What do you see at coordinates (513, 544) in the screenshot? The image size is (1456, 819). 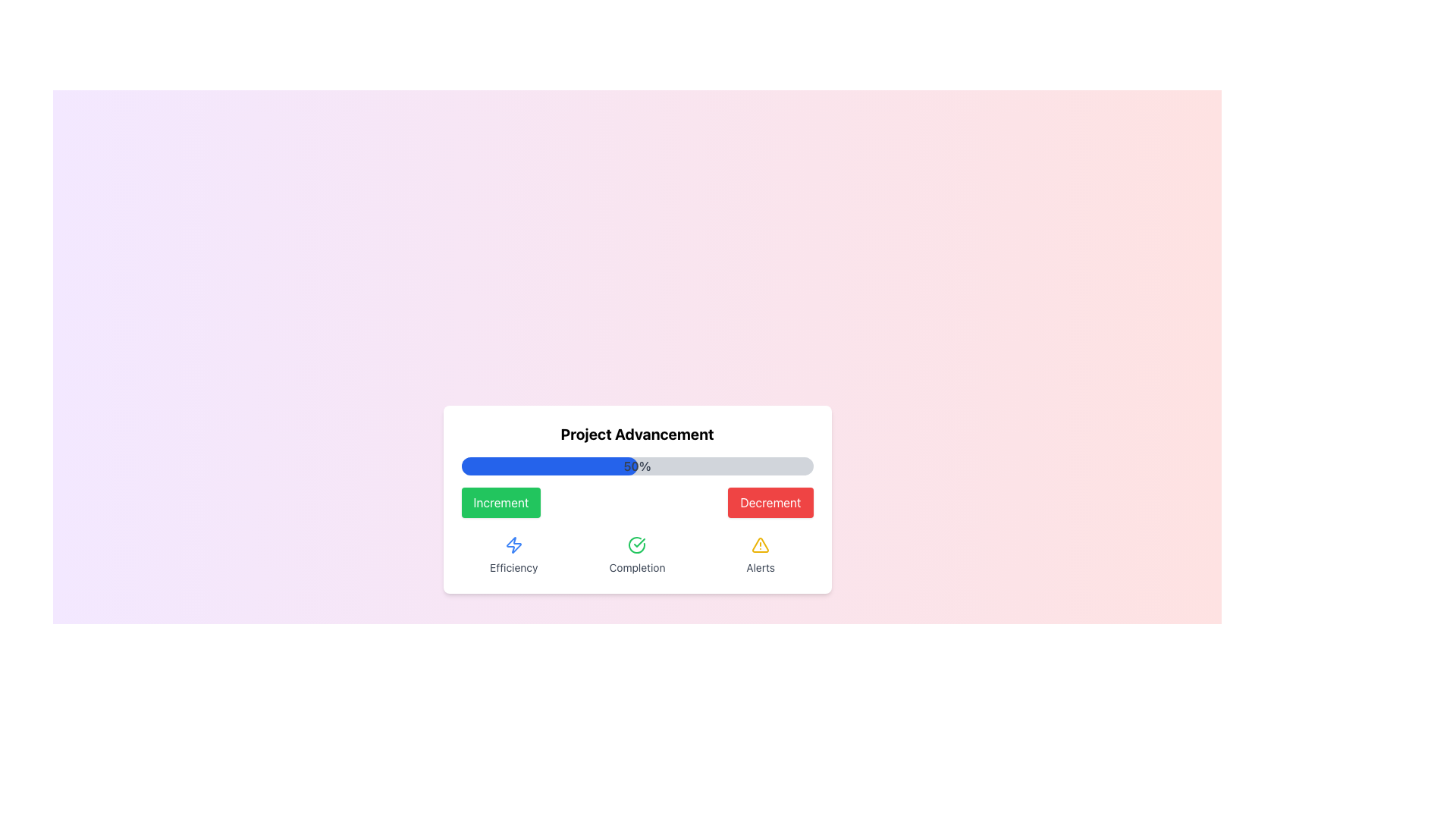 I see `the blue lightning icon, which represents 'Efficiency', located in the bottom row of features in the lower section of the interface` at bounding box center [513, 544].